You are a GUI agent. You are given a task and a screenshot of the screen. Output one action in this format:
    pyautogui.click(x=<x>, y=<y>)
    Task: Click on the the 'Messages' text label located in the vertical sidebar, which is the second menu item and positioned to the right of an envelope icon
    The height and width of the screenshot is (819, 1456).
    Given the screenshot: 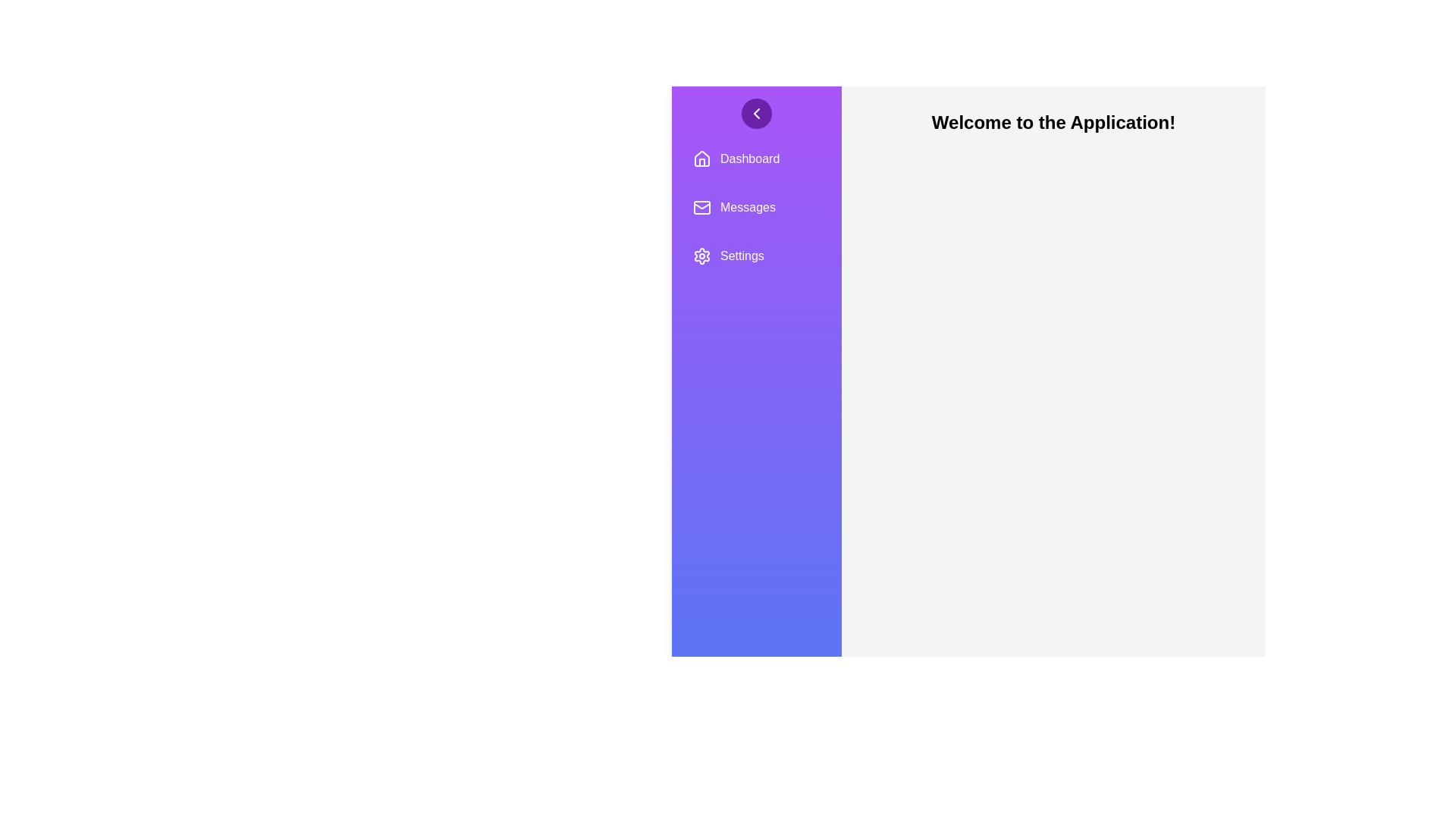 What is the action you would take?
    pyautogui.click(x=748, y=207)
    